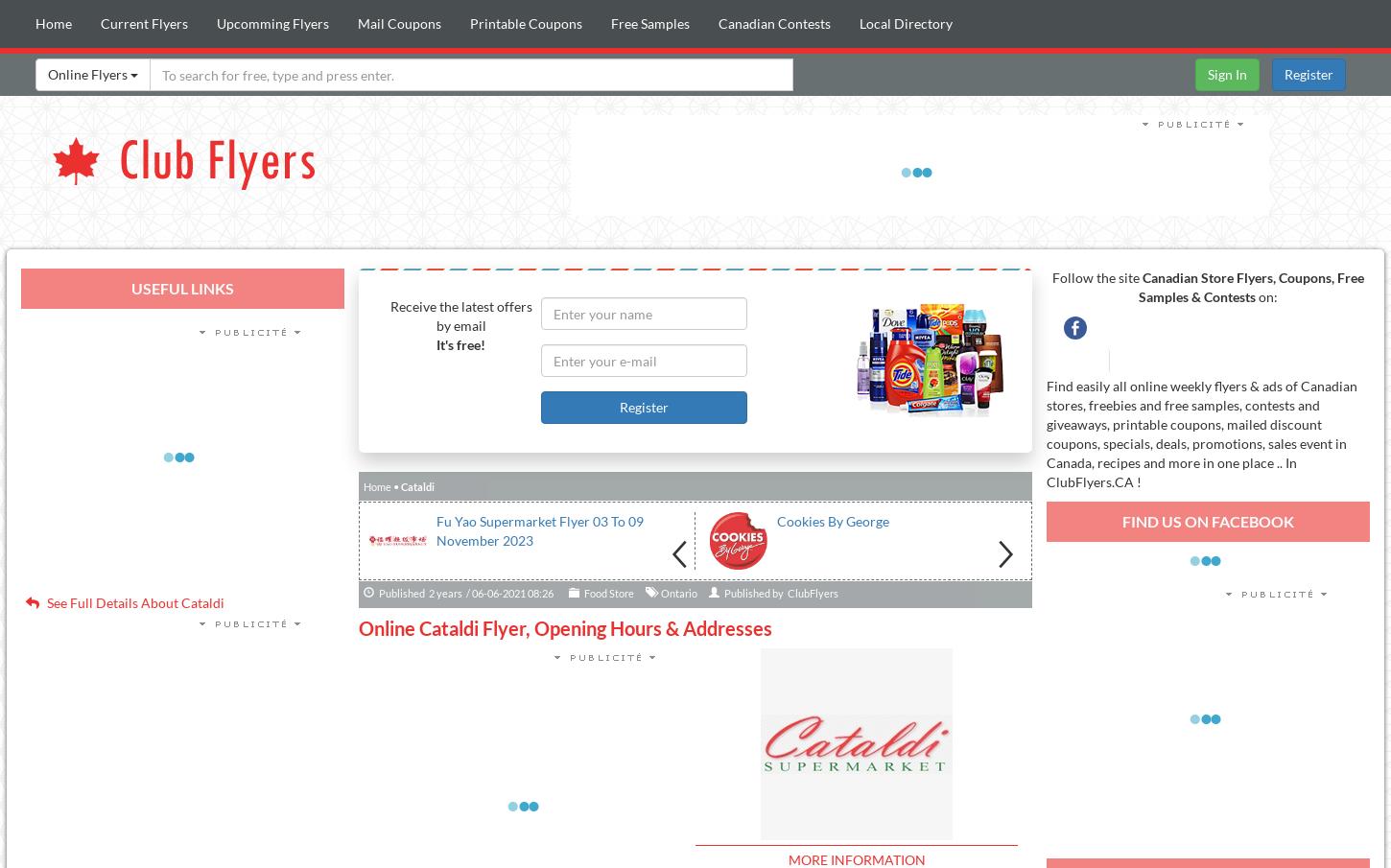 This screenshot has height=868, width=1391. Describe the element at coordinates (1096, 277) in the screenshot. I see `'Follow the site'` at that location.